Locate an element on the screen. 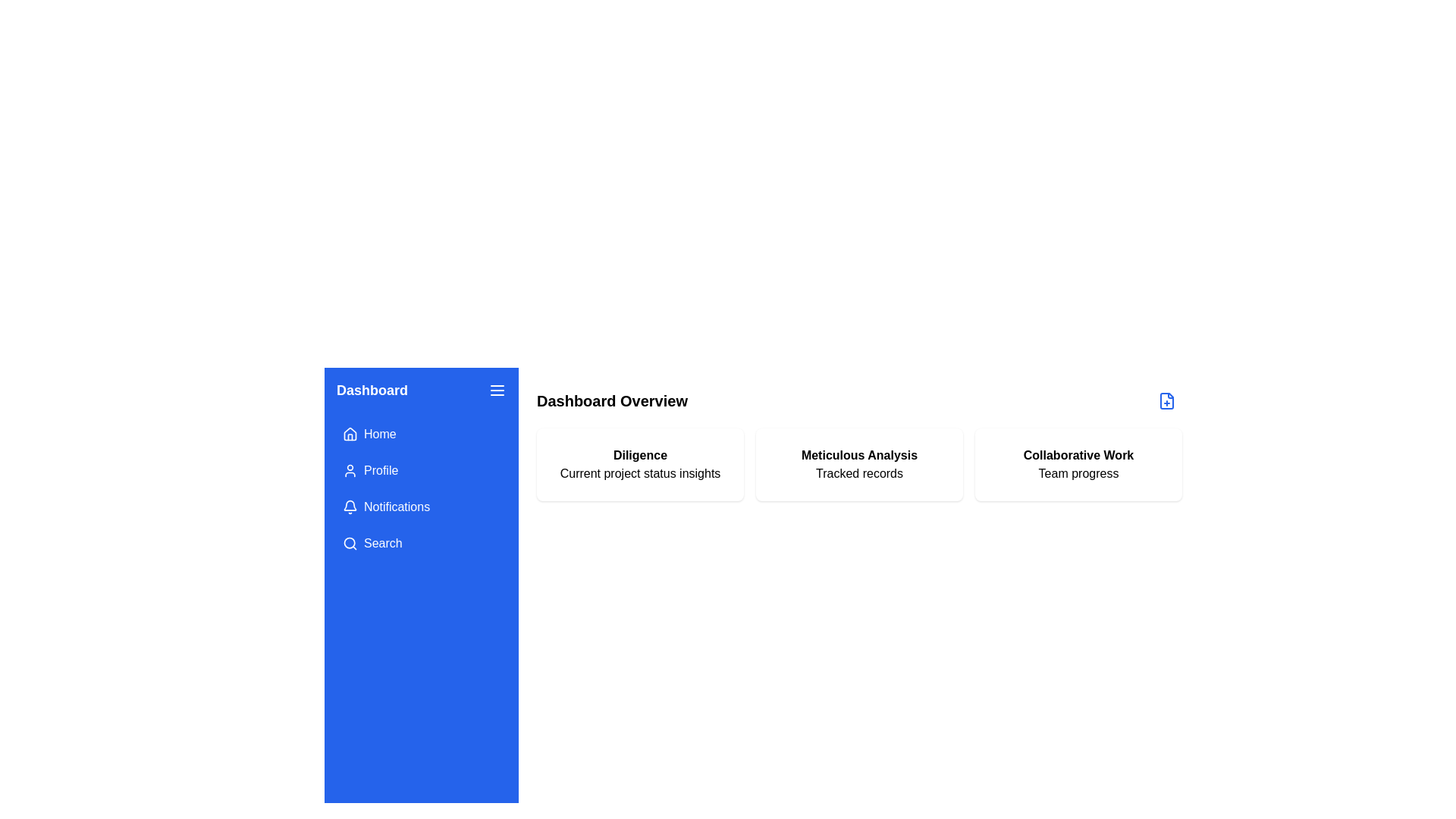  the 'Home' icon located in the sidebar menu is located at coordinates (349, 433).